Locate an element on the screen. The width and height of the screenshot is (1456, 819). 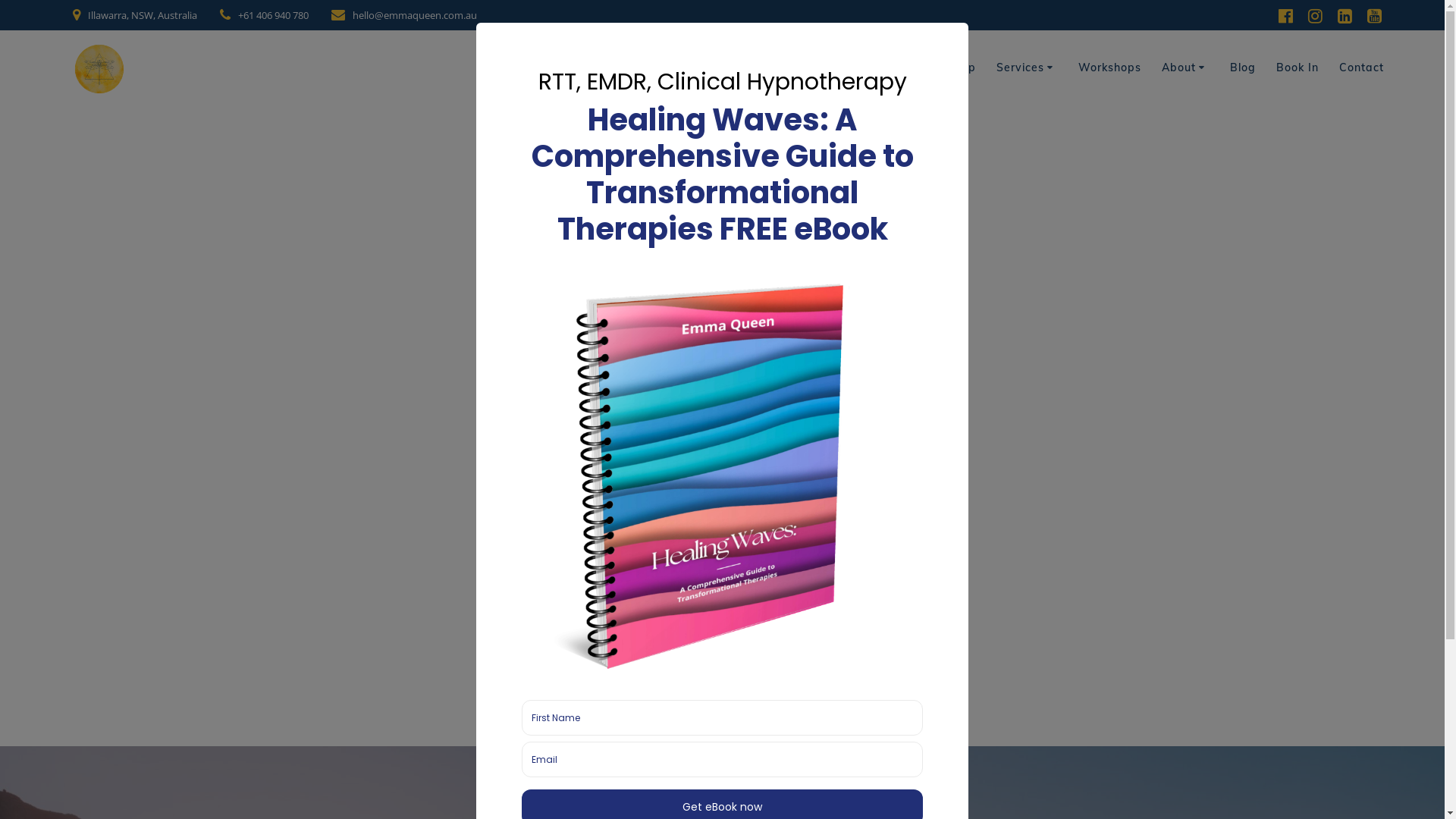
'Book In' is located at coordinates (1296, 68).